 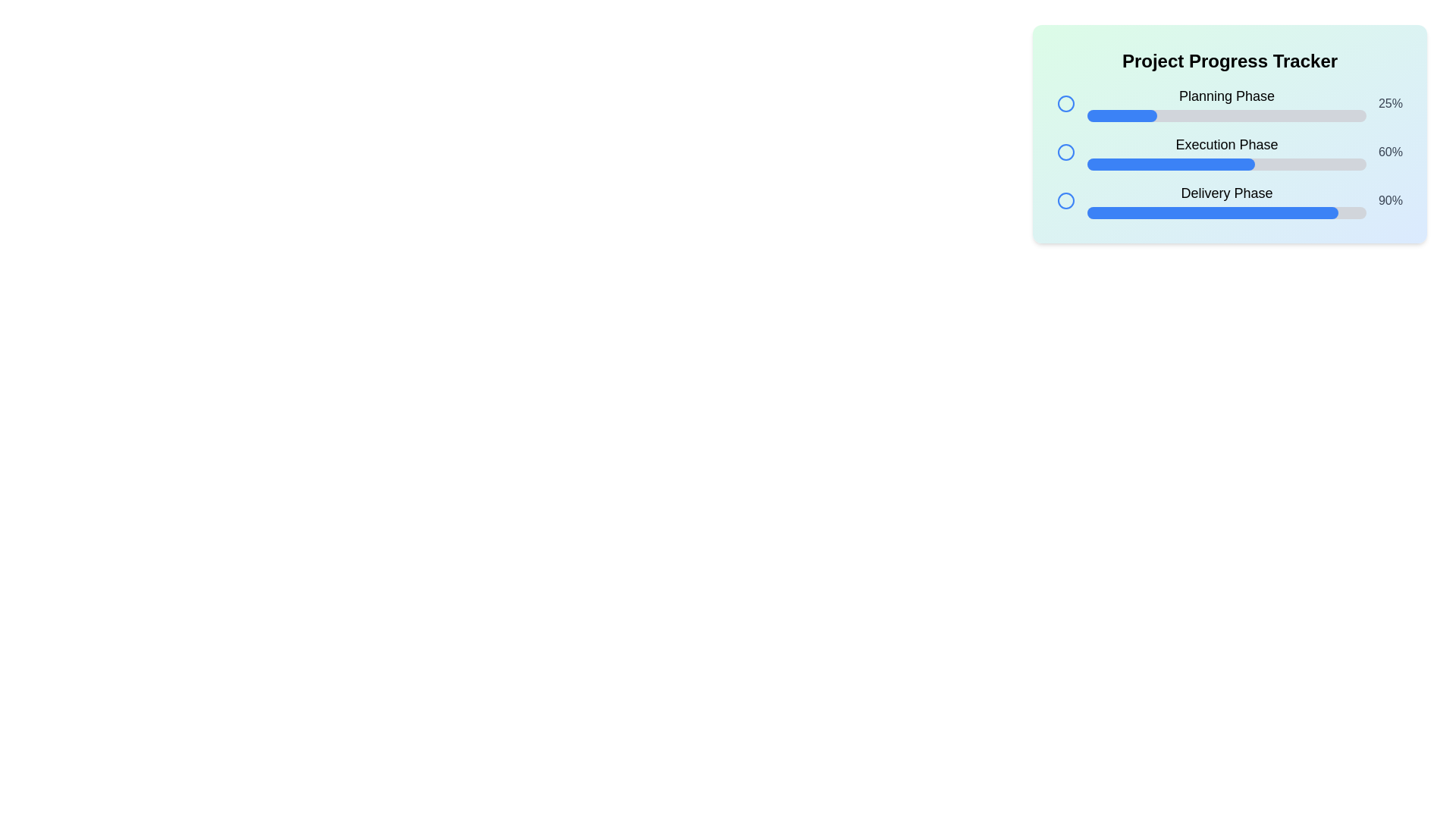 I want to click on the first radio button on the left-hand side of the delivery phase indicator, so click(x=1065, y=200).